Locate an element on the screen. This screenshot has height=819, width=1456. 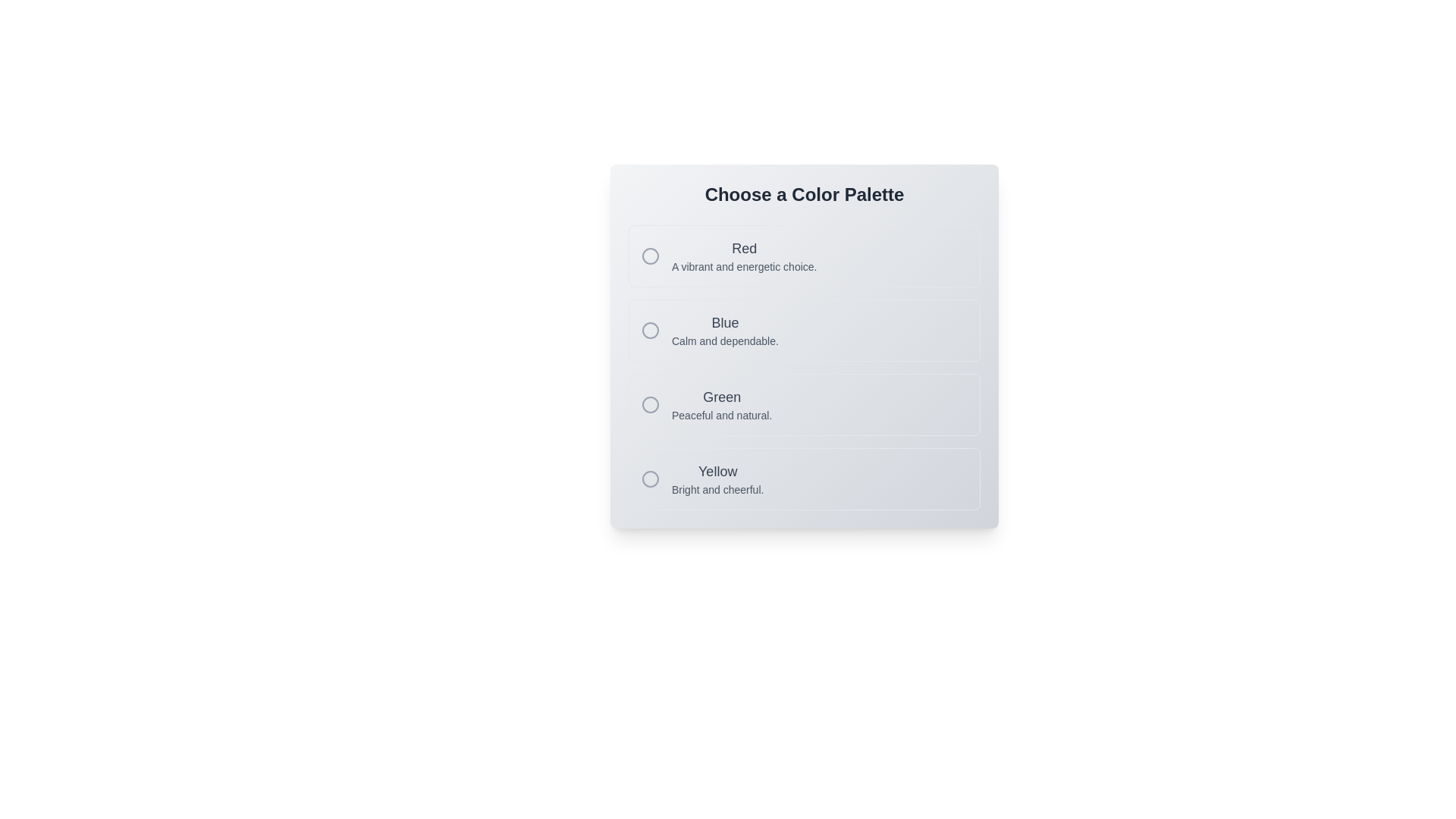
the 'Yellow' text label to focus on it, which serves as the title for the associated description in the interface is located at coordinates (717, 470).